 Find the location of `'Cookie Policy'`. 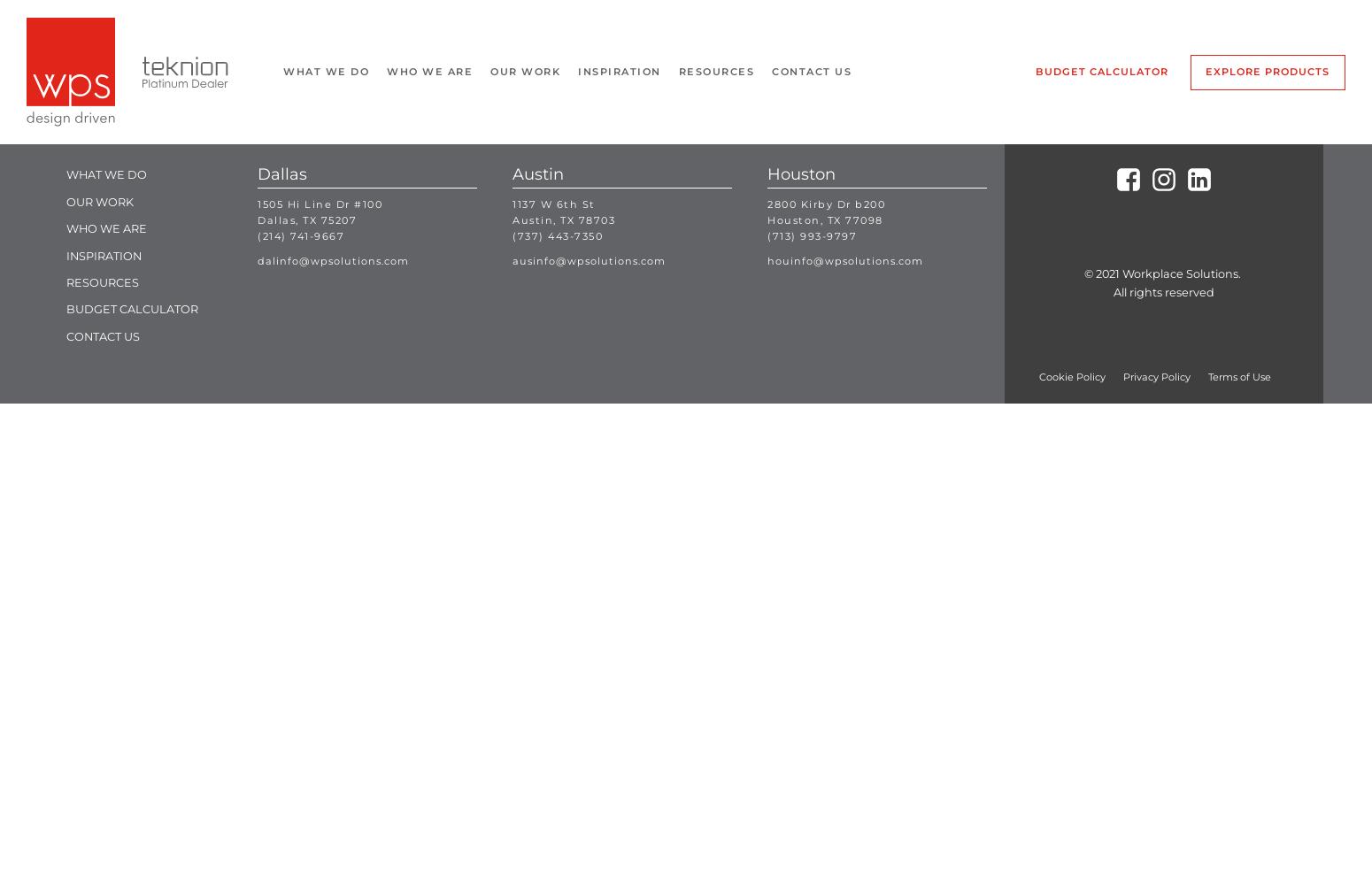

'Cookie Policy' is located at coordinates (1072, 377).